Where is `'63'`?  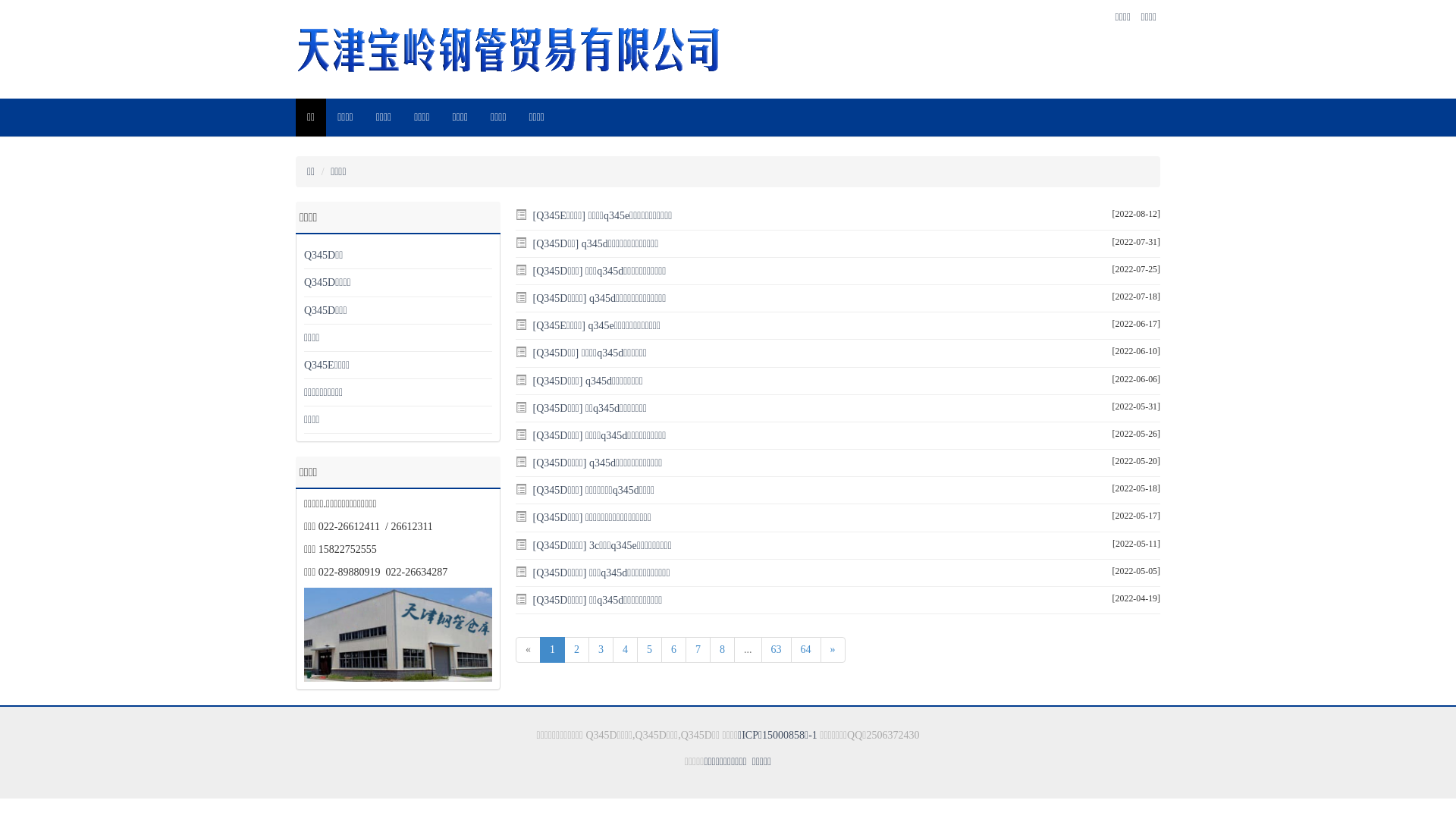
'63' is located at coordinates (776, 648).